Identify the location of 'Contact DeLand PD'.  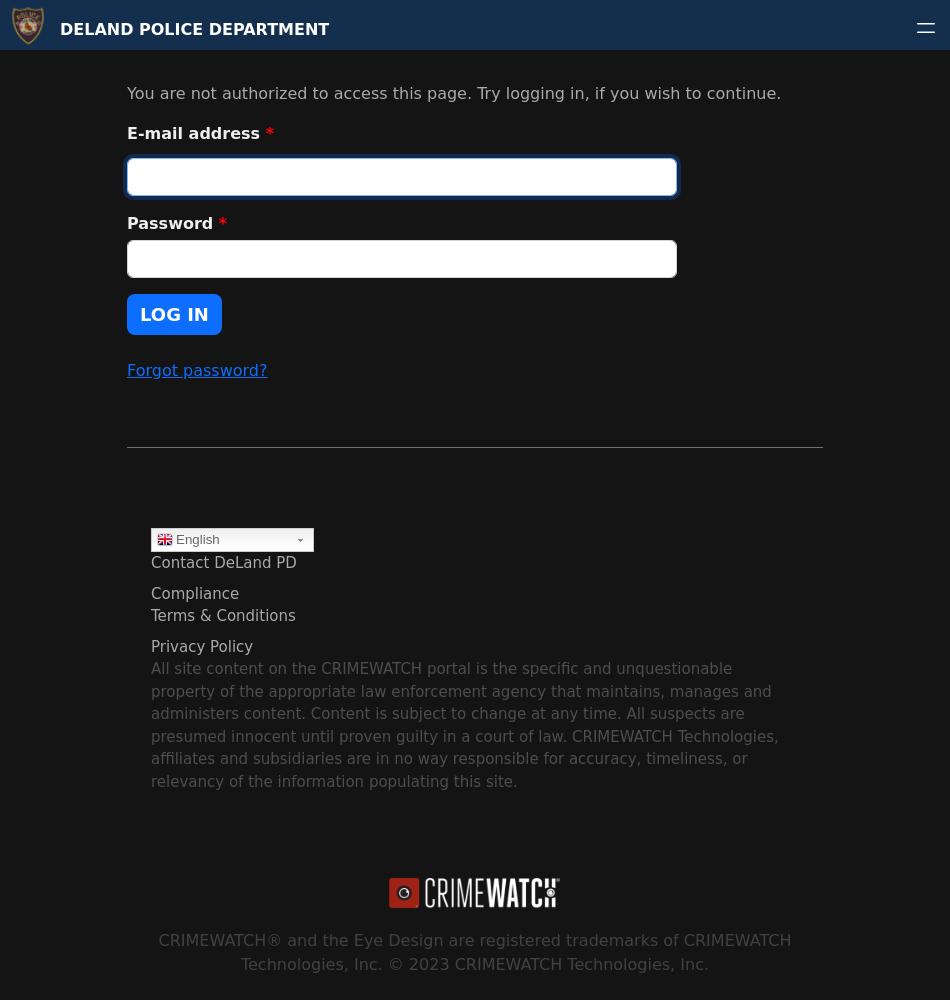
(223, 562).